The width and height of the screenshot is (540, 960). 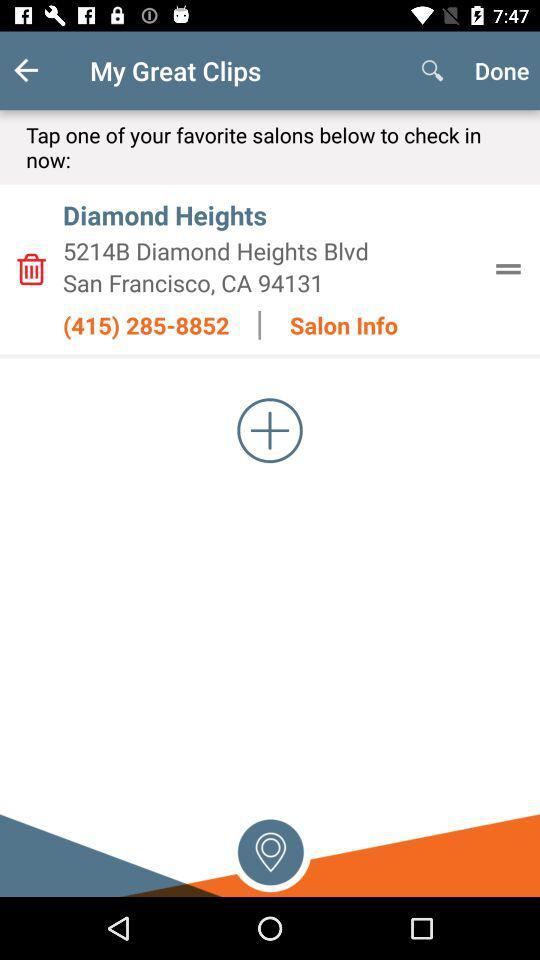 What do you see at coordinates (270, 849) in the screenshot?
I see `location` at bounding box center [270, 849].